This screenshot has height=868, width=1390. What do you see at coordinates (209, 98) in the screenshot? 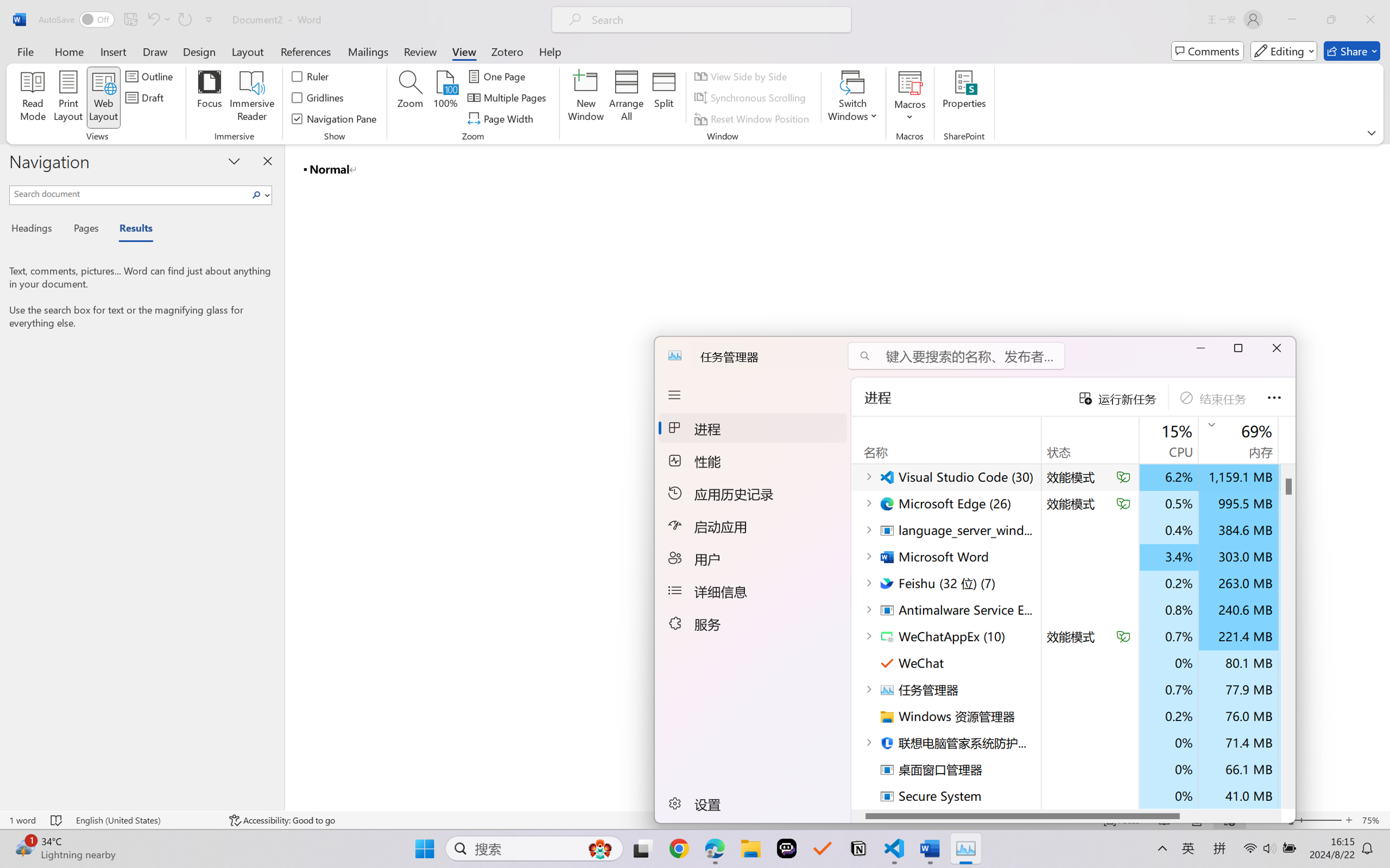
I see `'Focus'` at bounding box center [209, 98].